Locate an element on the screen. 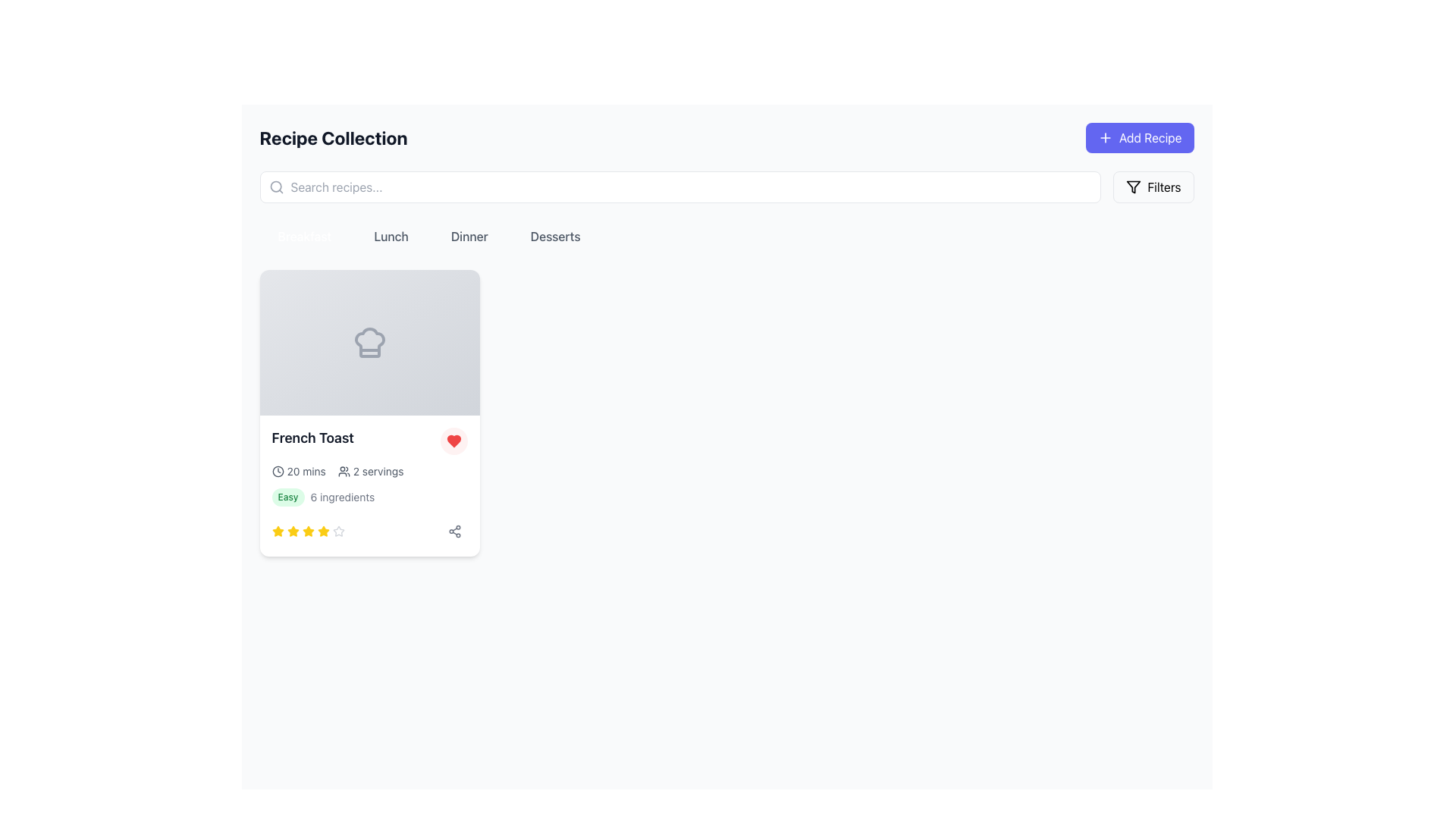 The height and width of the screenshot is (819, 1456). the third star icon in the five-star rating component of the 'French Toast' recipe to assign a rating is located at coordinates (307, 530).